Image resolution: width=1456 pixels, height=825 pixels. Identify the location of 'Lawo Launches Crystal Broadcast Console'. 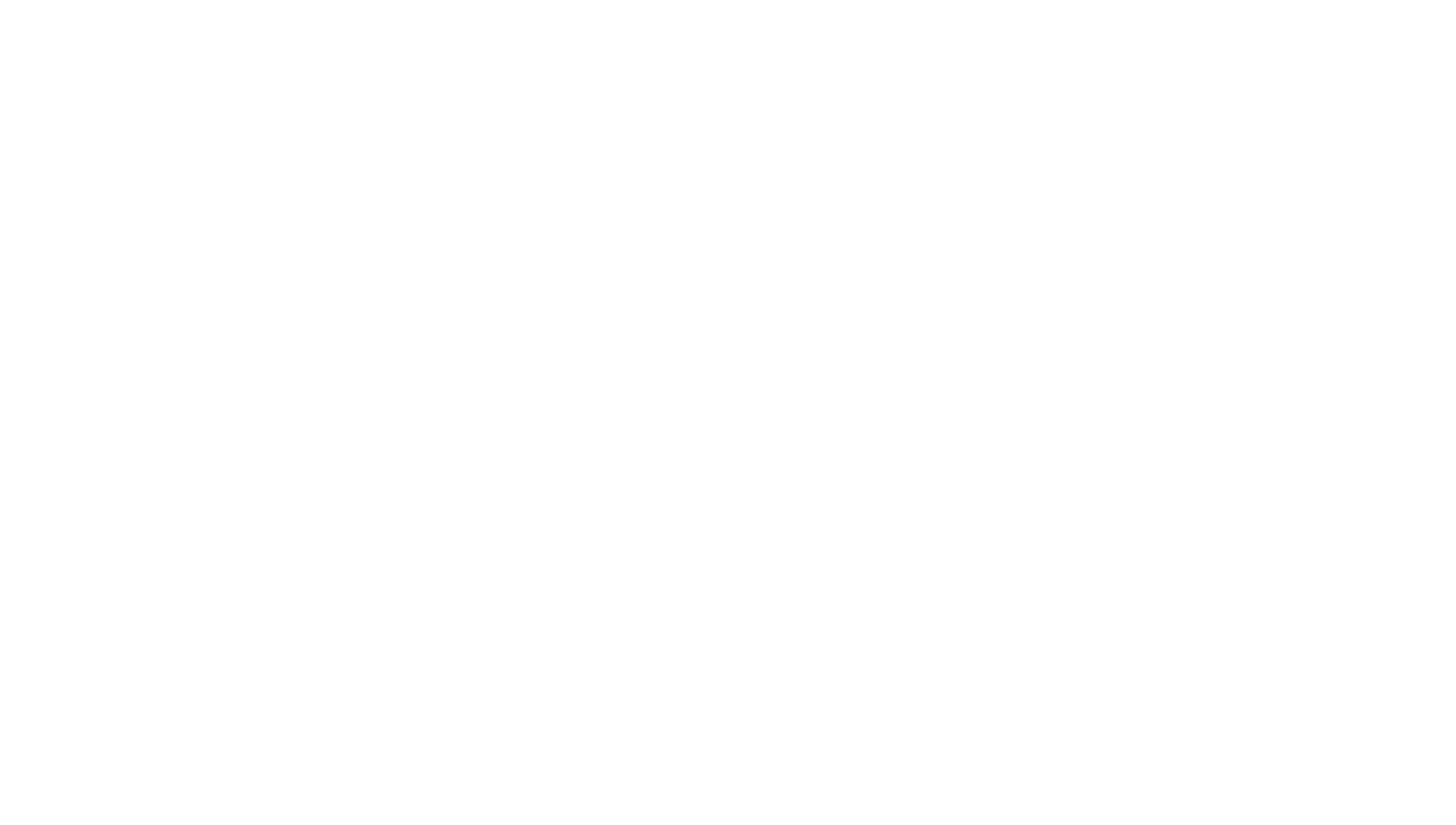
(615, 588).